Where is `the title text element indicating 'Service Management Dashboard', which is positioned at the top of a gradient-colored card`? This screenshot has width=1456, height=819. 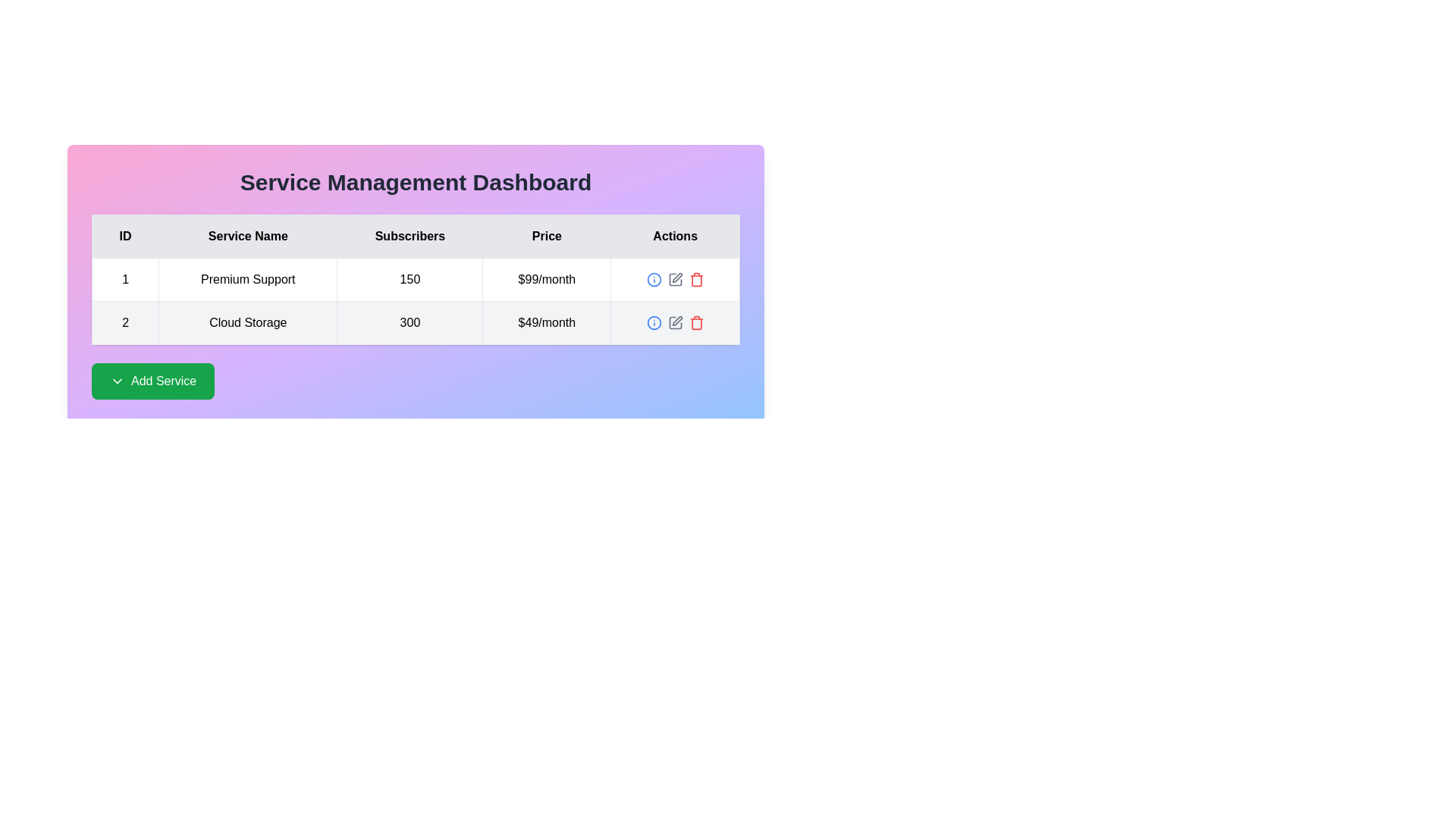 the title text element indicating 'Service Management Dashboard', which is positioned at the top of a gradient-colored card is located at coordinates (416, 181).